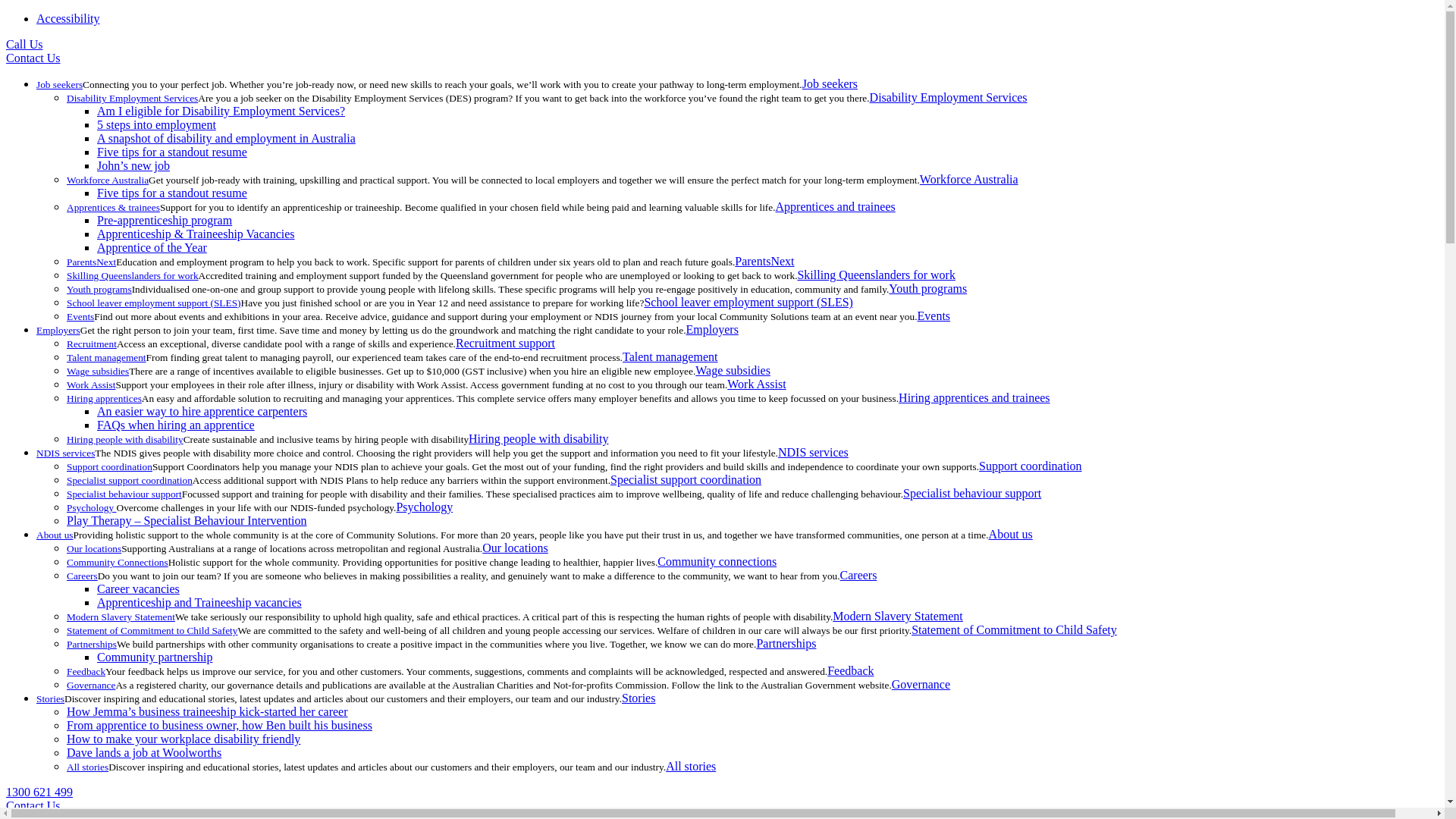  I want to click on 'Talent management', so click(669, 356).